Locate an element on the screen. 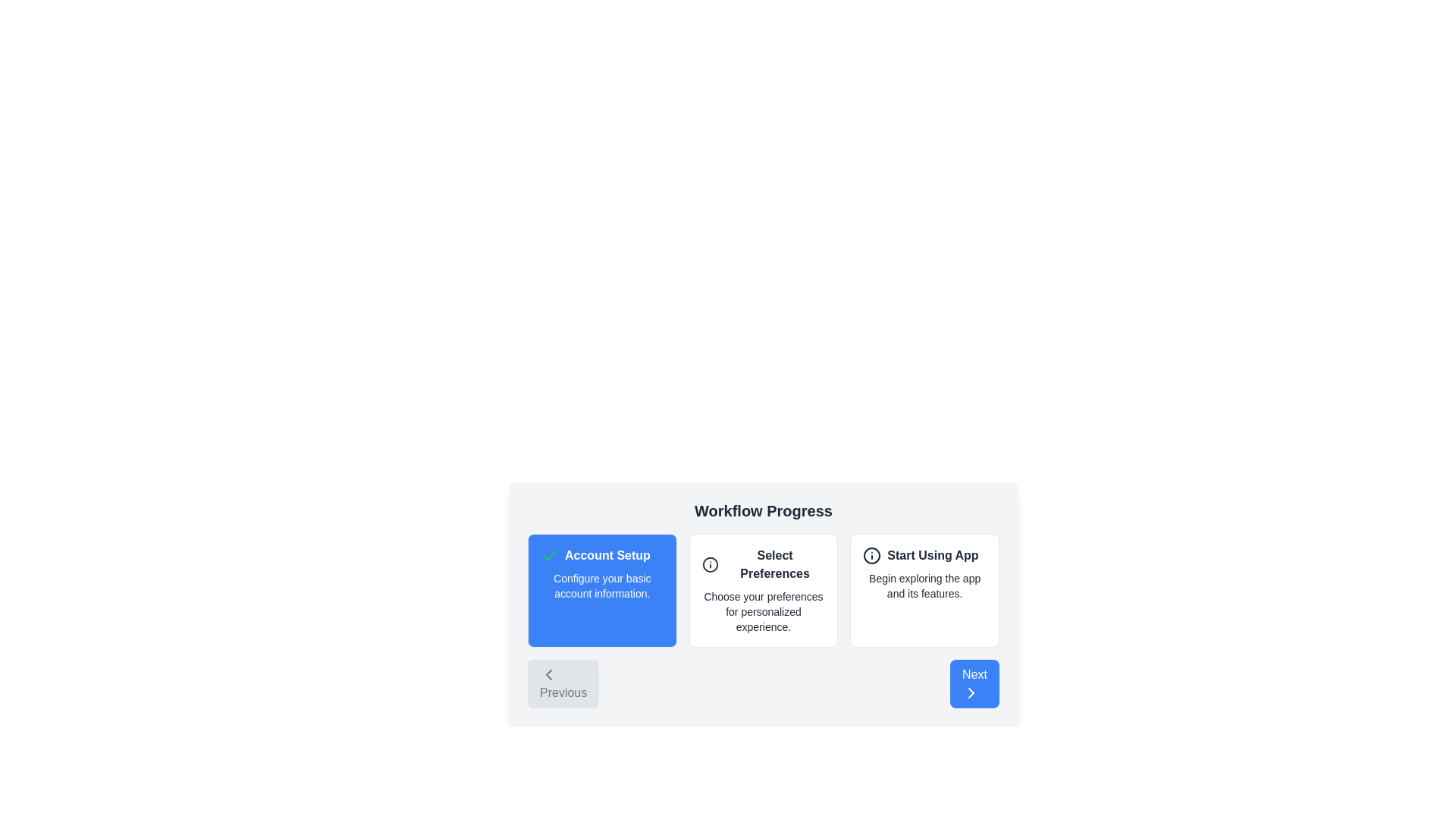 The width and height of the screenshot is (1456, 819). the forward action icon located to the right of the blue 'Next' button at the bottom-right of the workflow progress section is located at coordinates (971, 693).